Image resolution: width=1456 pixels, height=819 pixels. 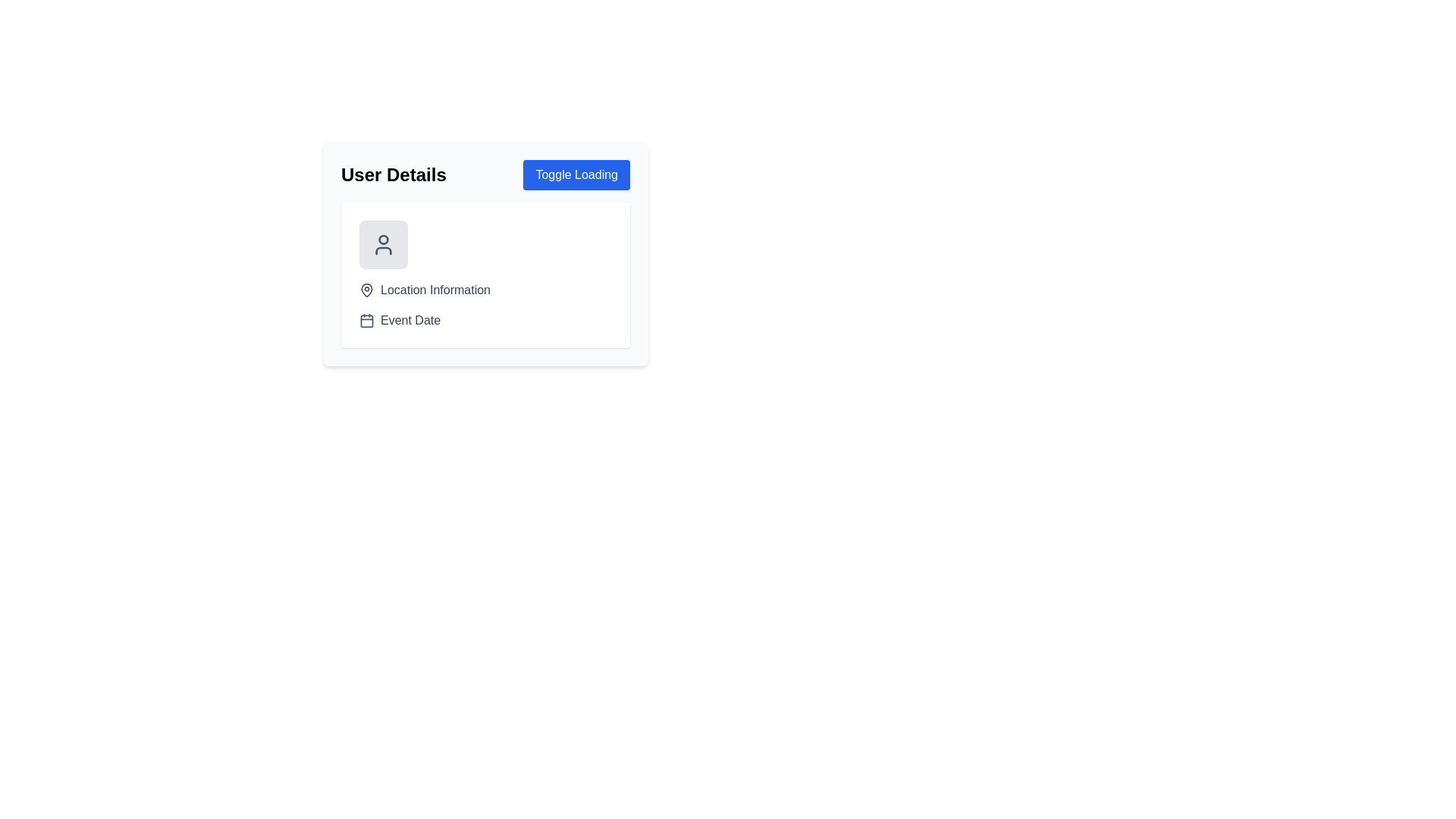 I want to click on the 'User Details' section which contains the bold title on the left, so click(x=485, y=174).